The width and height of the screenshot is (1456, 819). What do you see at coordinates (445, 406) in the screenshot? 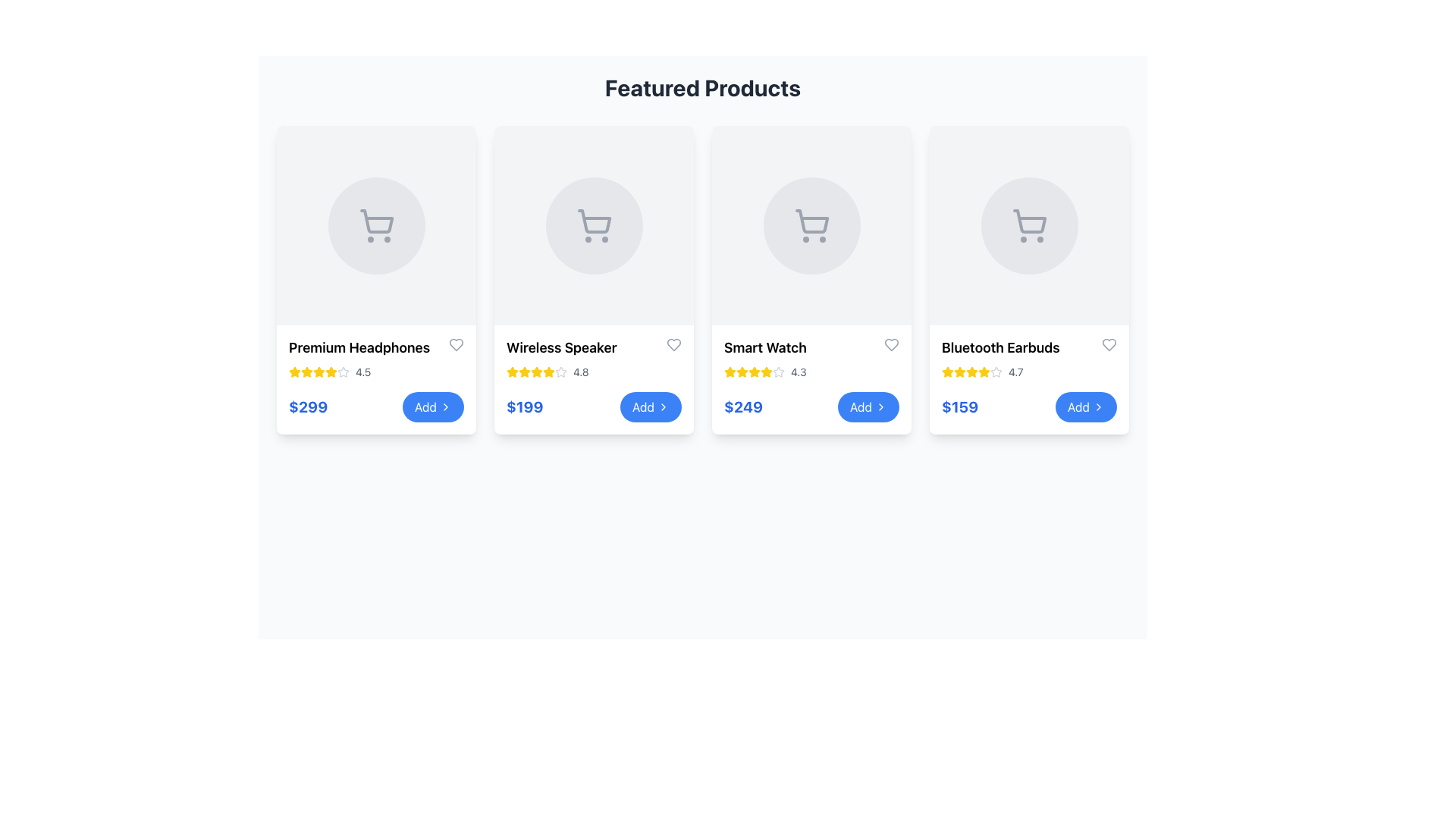
I see `the rightward-pointing chevron icon within the blue 'Add' button located near the bottom center of the product card to initiate the associated action` at bounding box center [445, 406].